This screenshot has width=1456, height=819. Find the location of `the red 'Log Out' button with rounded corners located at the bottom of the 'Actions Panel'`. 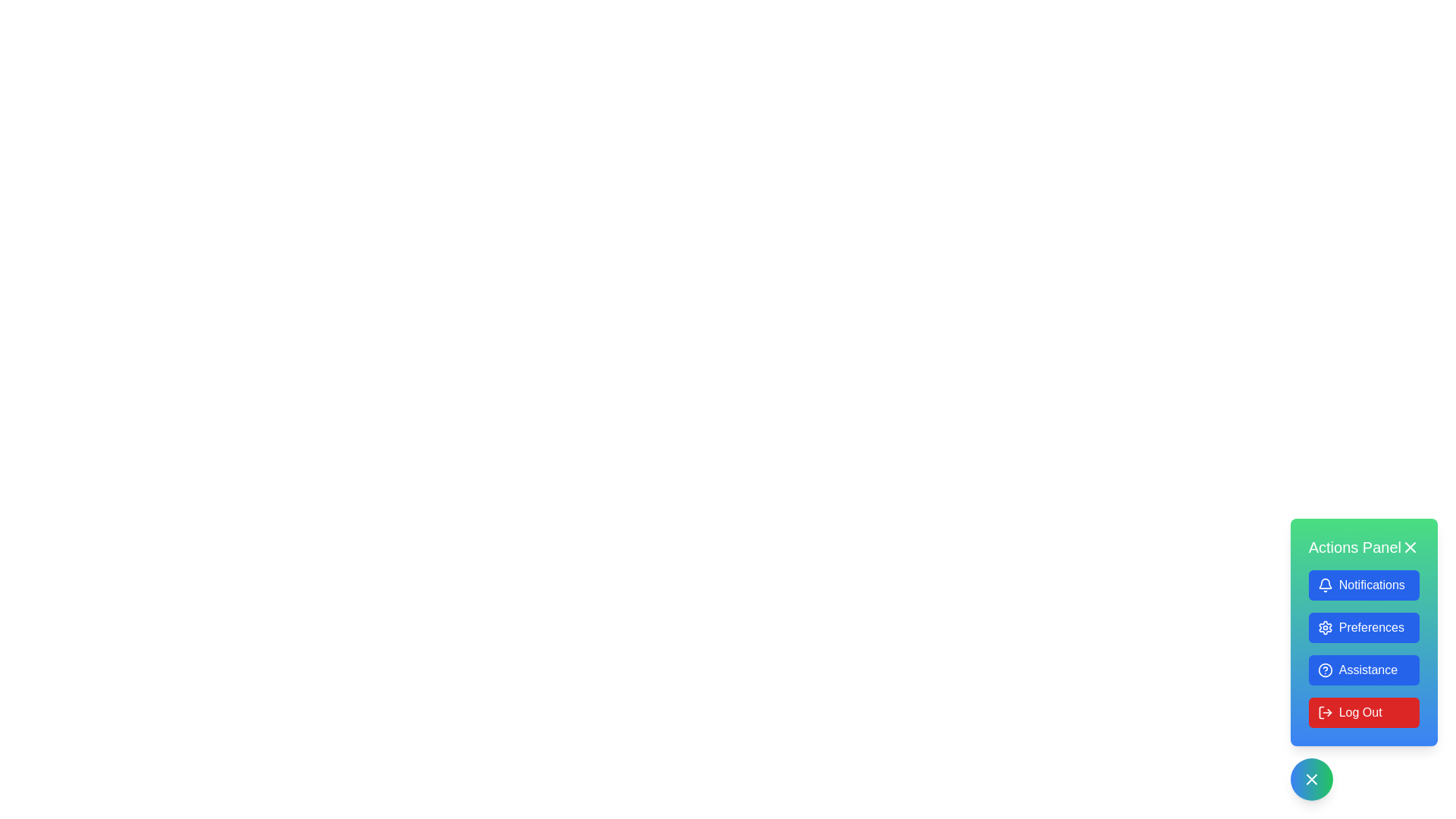

the red 'Log Out' button with rounded corners located at the bottom of the 'Actions Panel' is located at coordinates (1363, 713).